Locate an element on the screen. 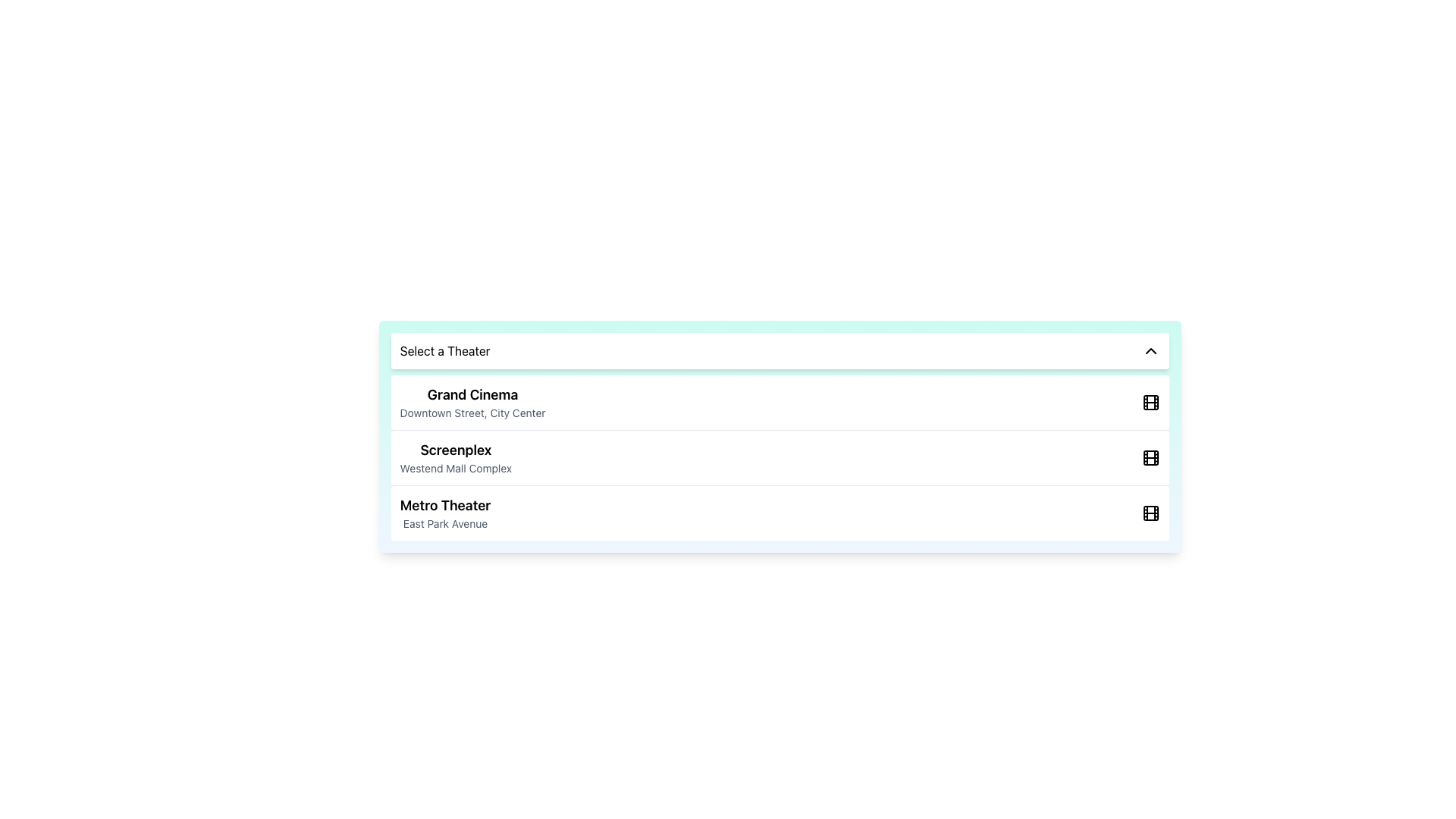 This screenshot has width=1456, height=819. the 'Grand Cinema' dropdown option in the 'Select a Theater' menu is located at coordinates (780, 402).